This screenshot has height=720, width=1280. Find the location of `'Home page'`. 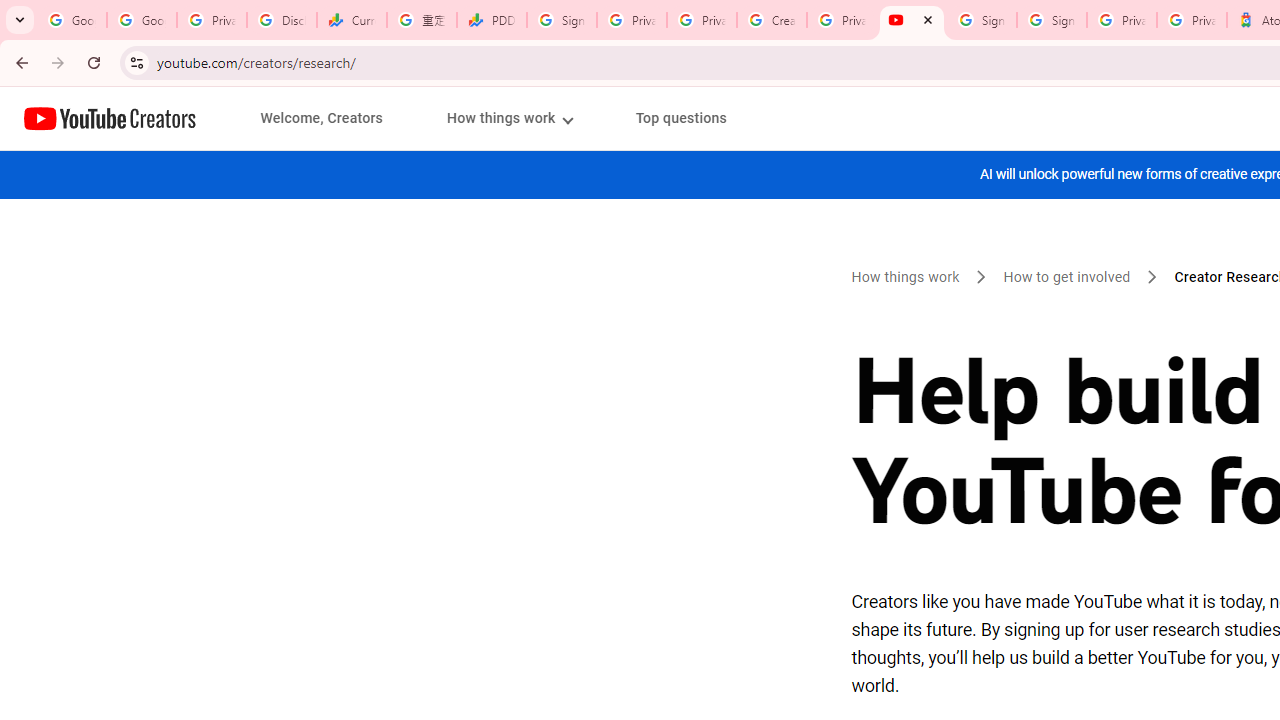

'Home page' is located at coordinates (109, 118).